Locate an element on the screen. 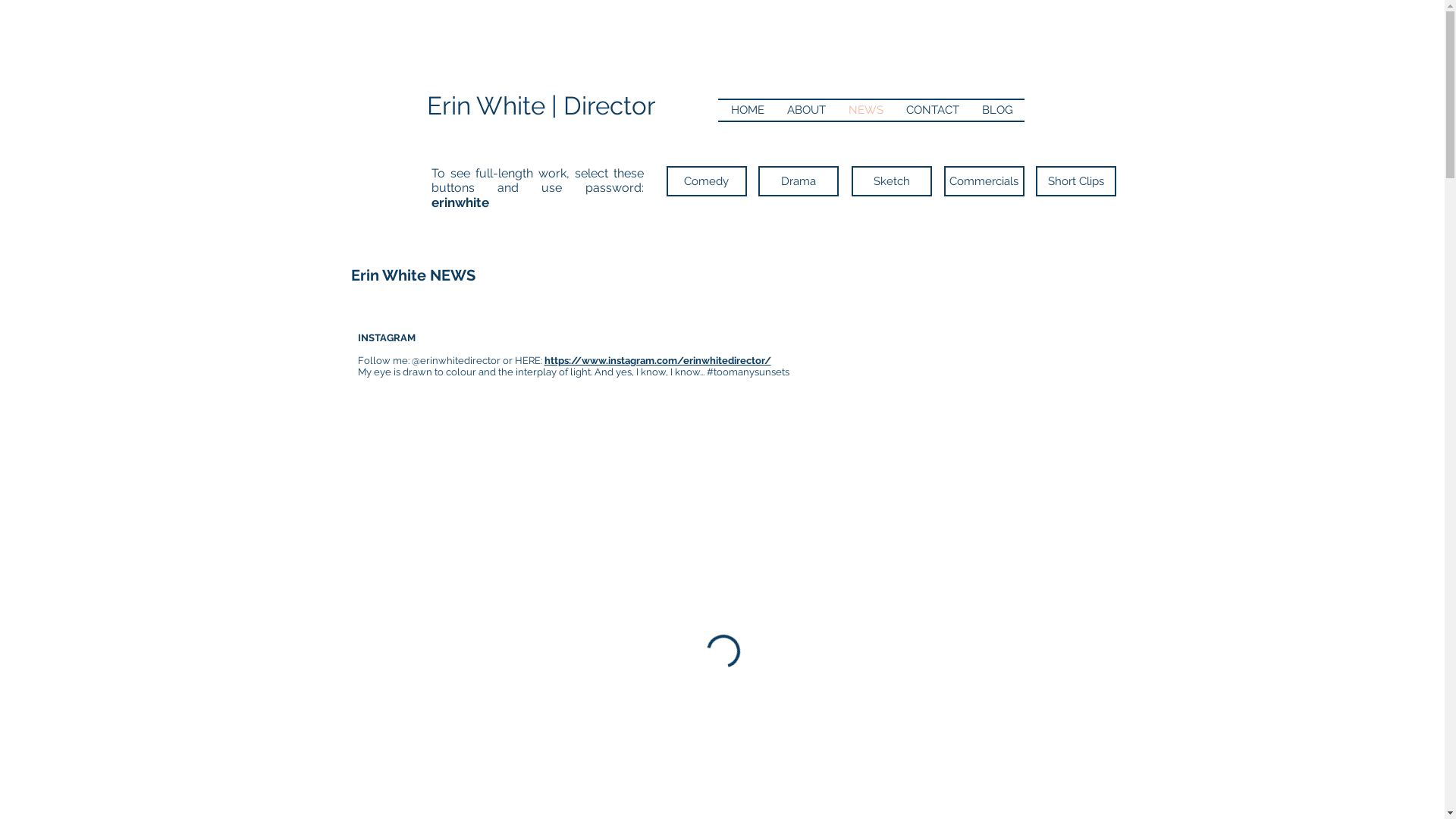 This screenshot has height=819, width=1456. 'Sketch' is located at coordinates (891, 180).